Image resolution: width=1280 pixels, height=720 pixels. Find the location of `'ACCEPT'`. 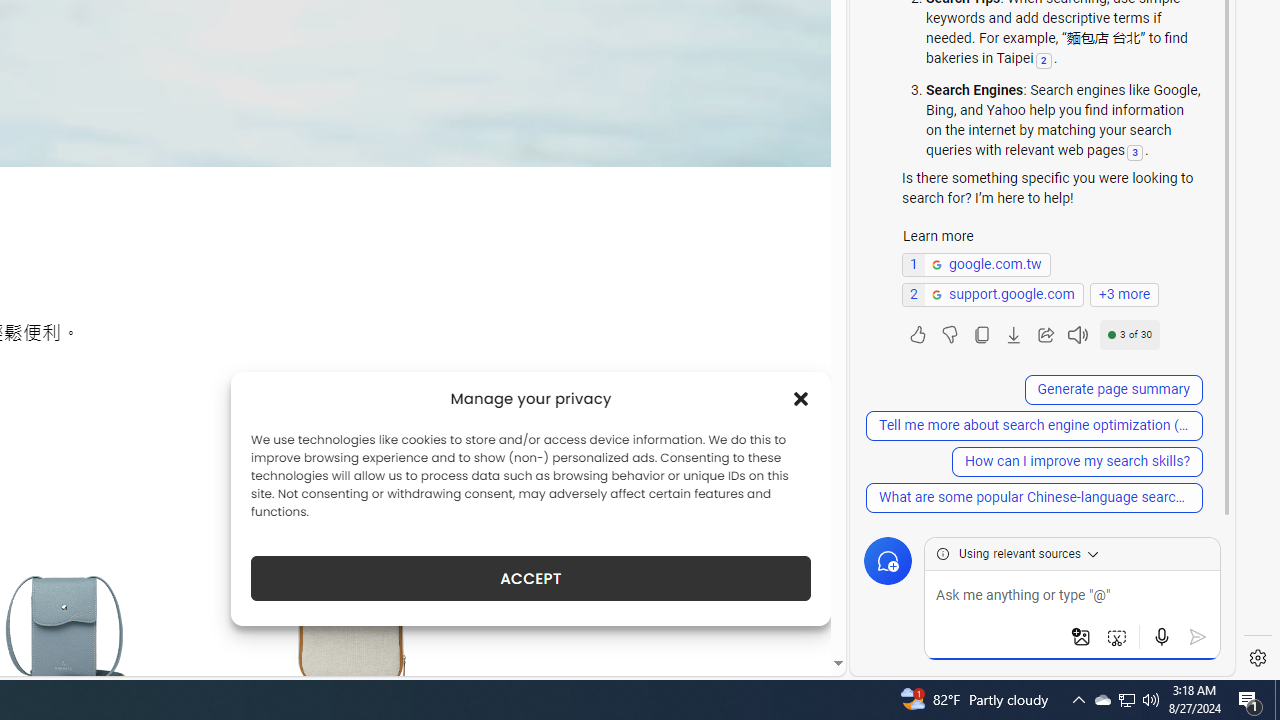

'ACCEPT' is located at coordinates (531, 578).